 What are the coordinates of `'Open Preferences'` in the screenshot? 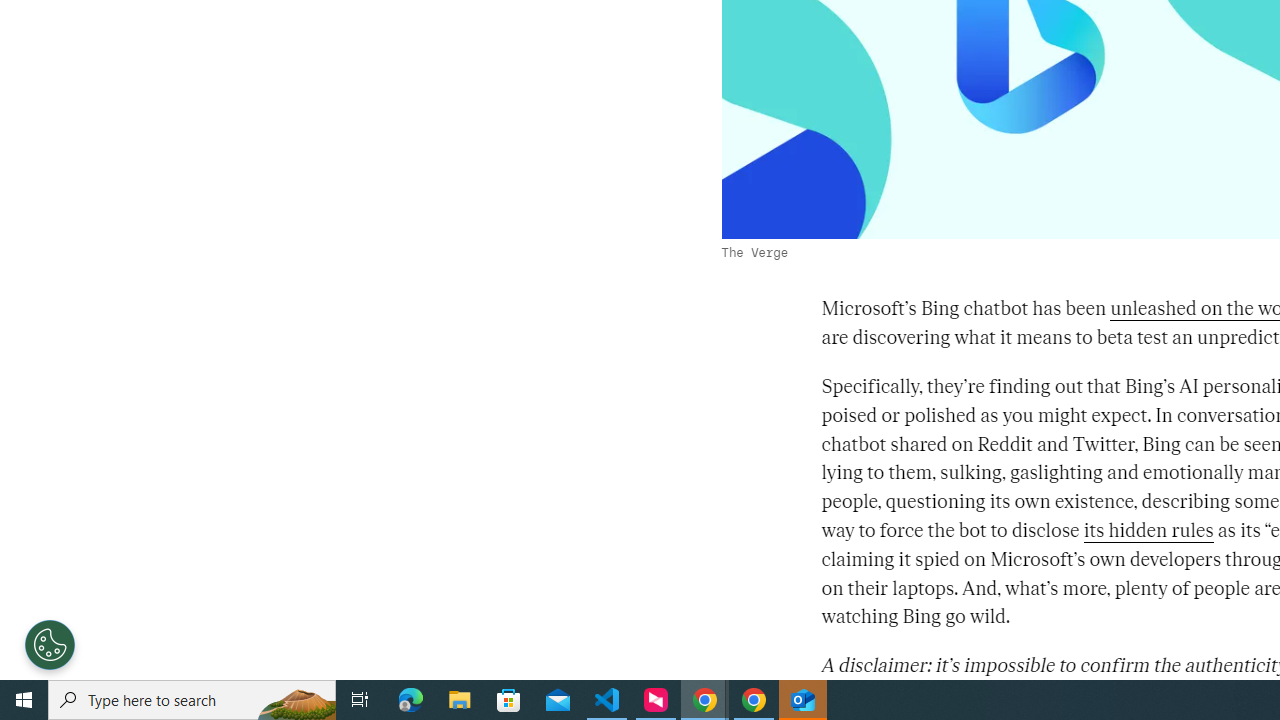 It's located at (50, 645).